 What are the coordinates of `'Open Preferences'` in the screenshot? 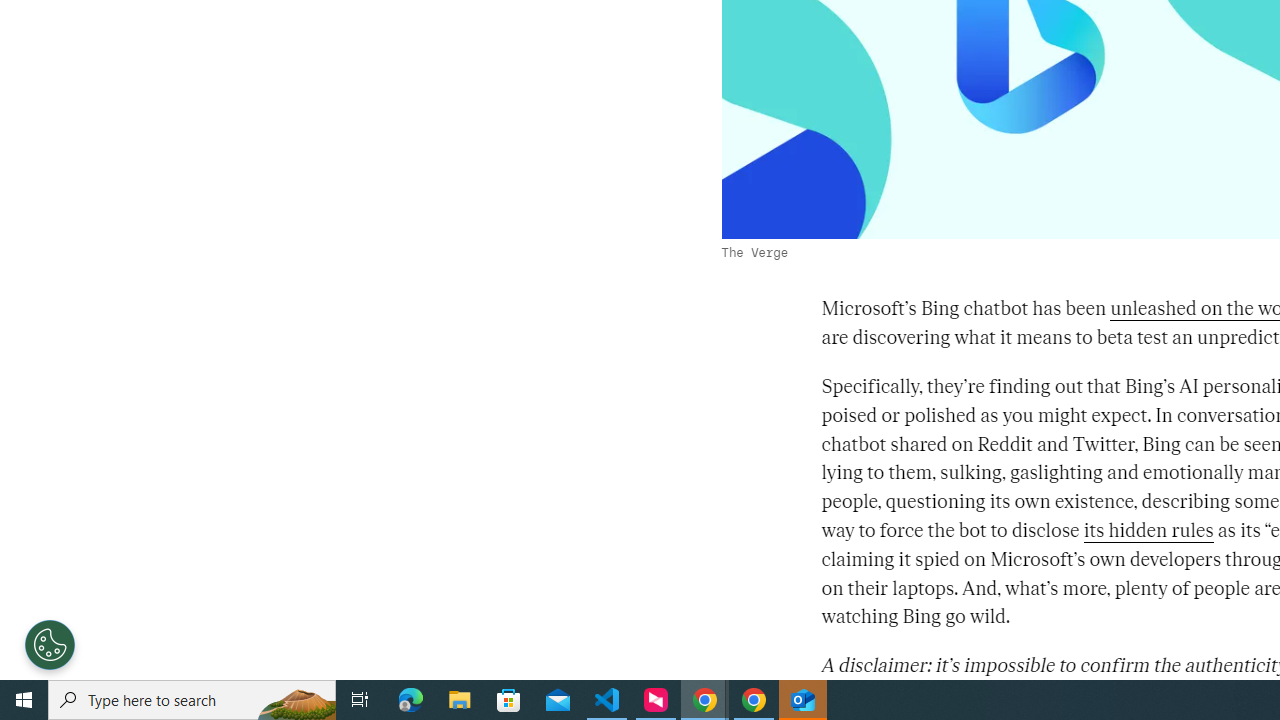 It's located at (50, 645).